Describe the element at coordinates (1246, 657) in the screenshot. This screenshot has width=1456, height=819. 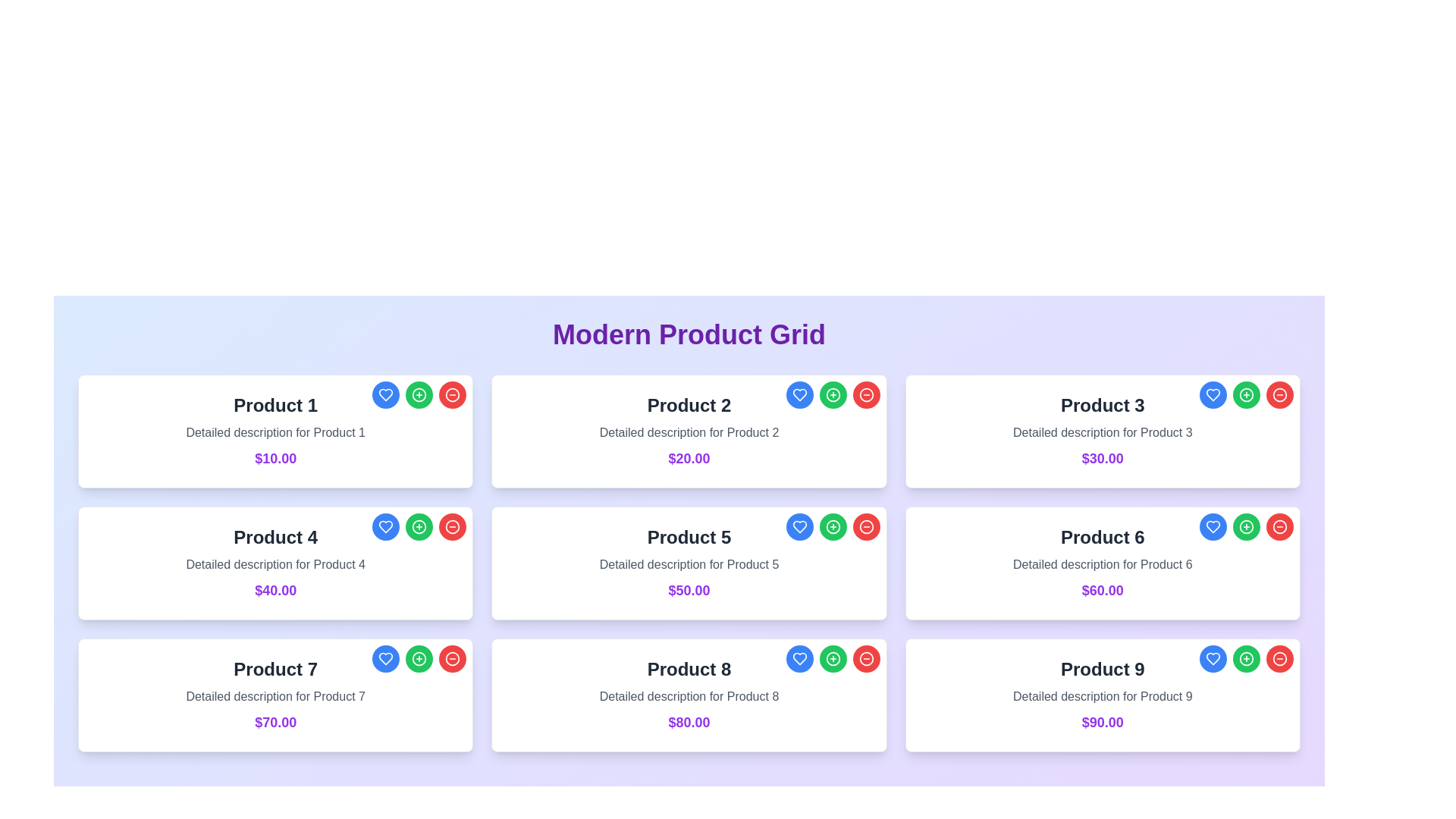
I see `the circular green button with a white plus icon, which is positioned between the blue heart button and the red minus button at the top right corner of the card for 'Product 9'` at that location.